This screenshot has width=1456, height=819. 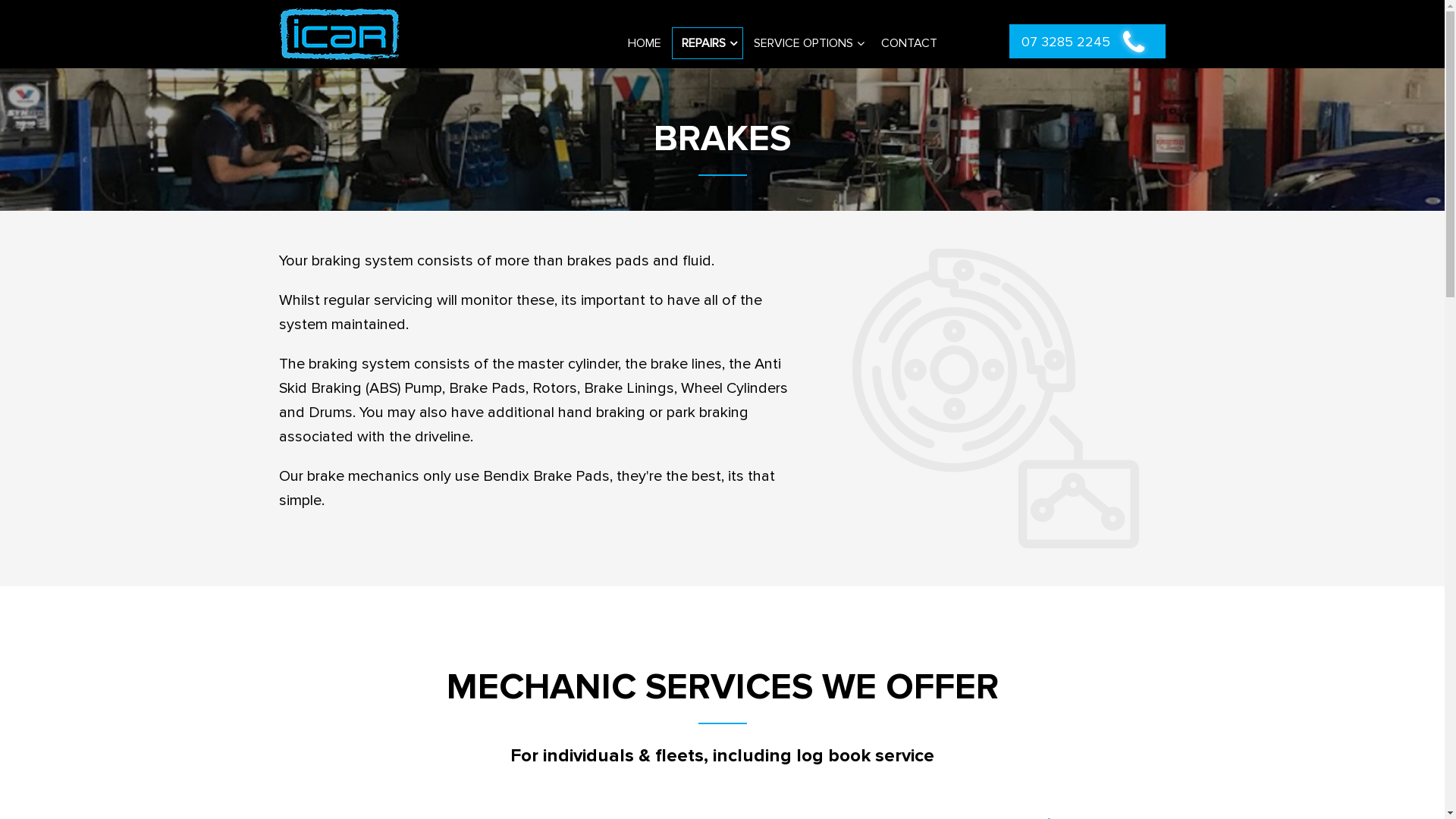 I want to click on 'CONTACT', so click(x=909, y=42).